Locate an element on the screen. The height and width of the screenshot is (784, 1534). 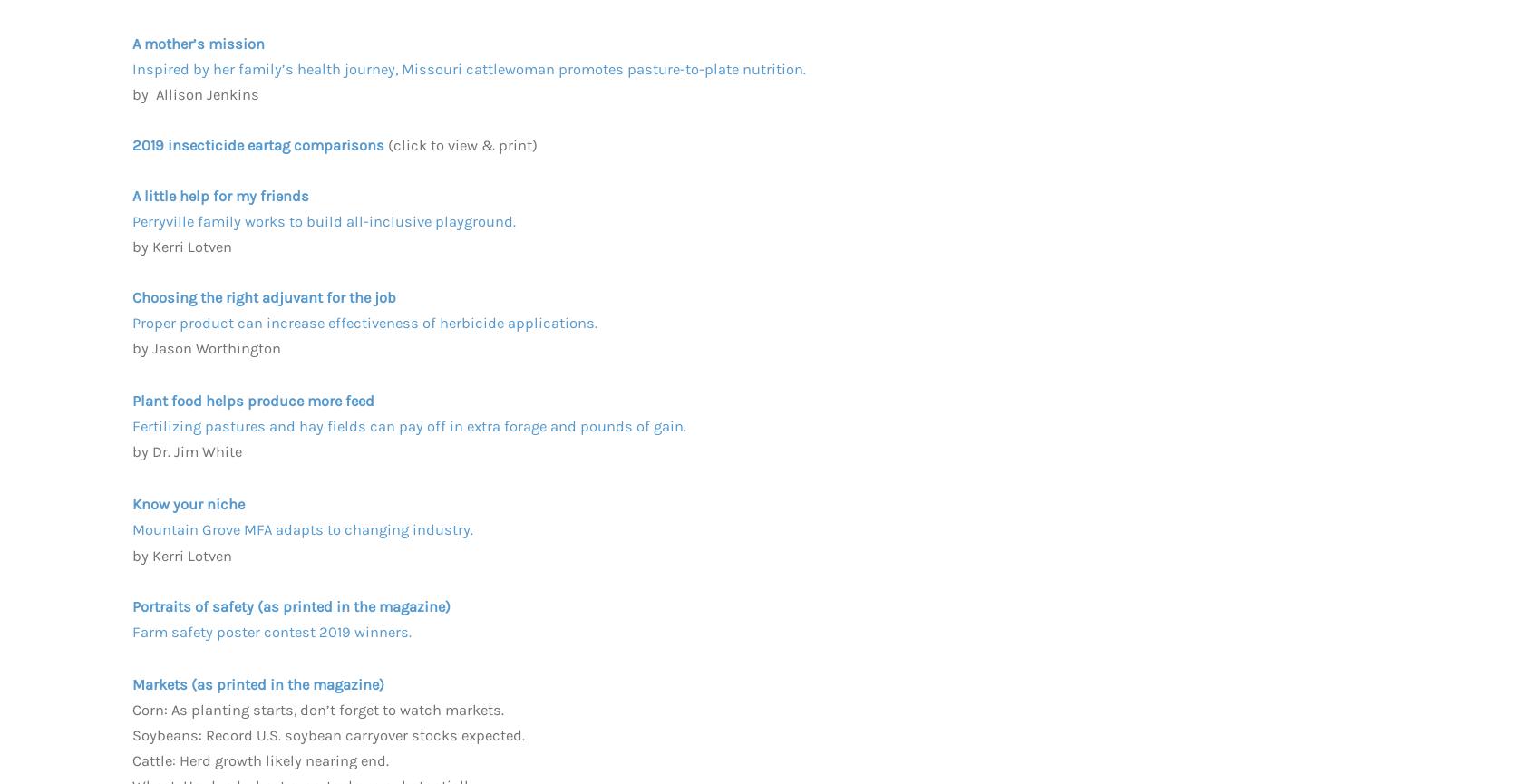
'Plant food helps produce more feed' is located at coordinates (131, 400).